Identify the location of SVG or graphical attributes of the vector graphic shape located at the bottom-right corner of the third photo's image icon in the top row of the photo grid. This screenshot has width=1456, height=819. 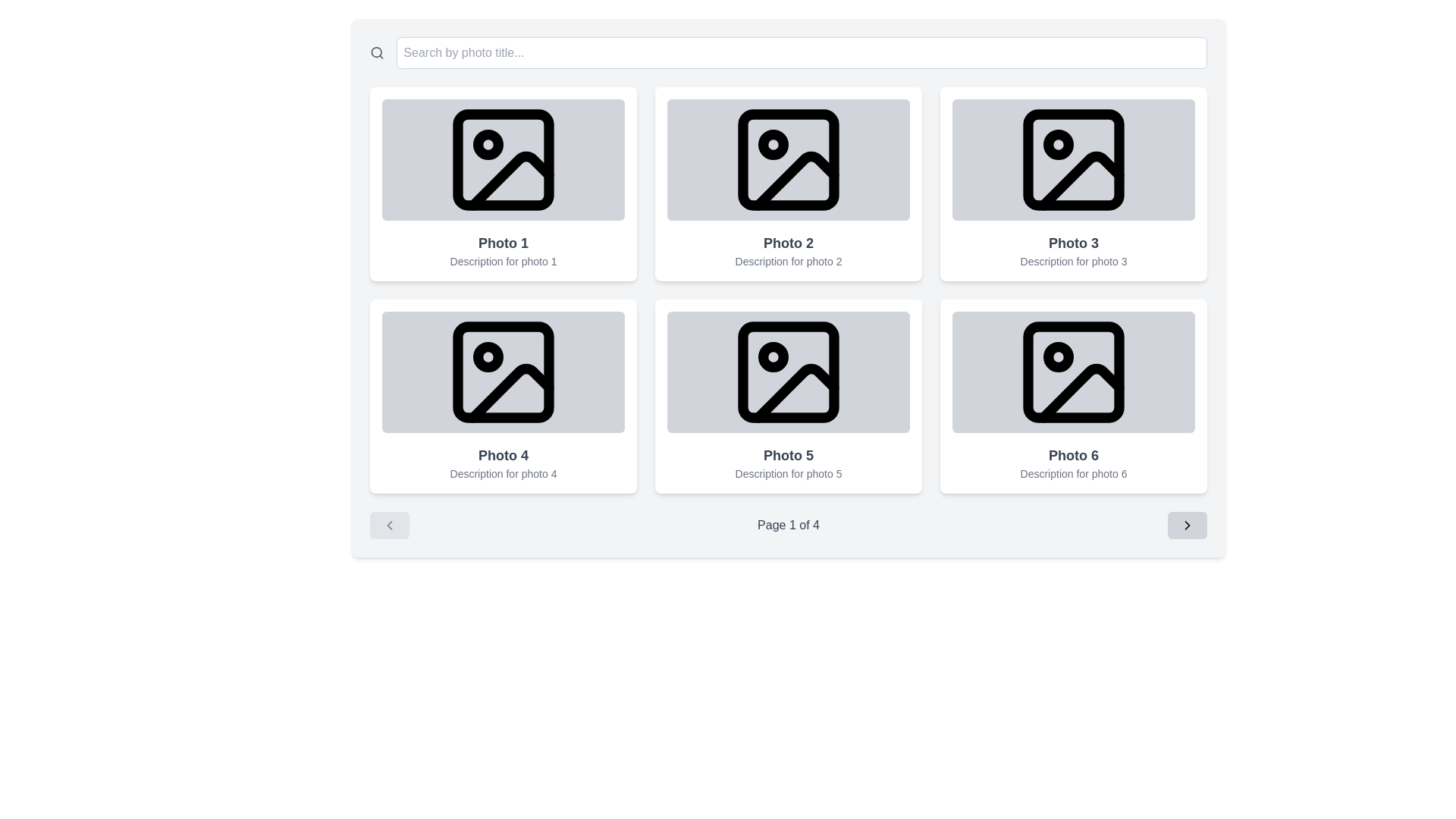
(1080, 180).